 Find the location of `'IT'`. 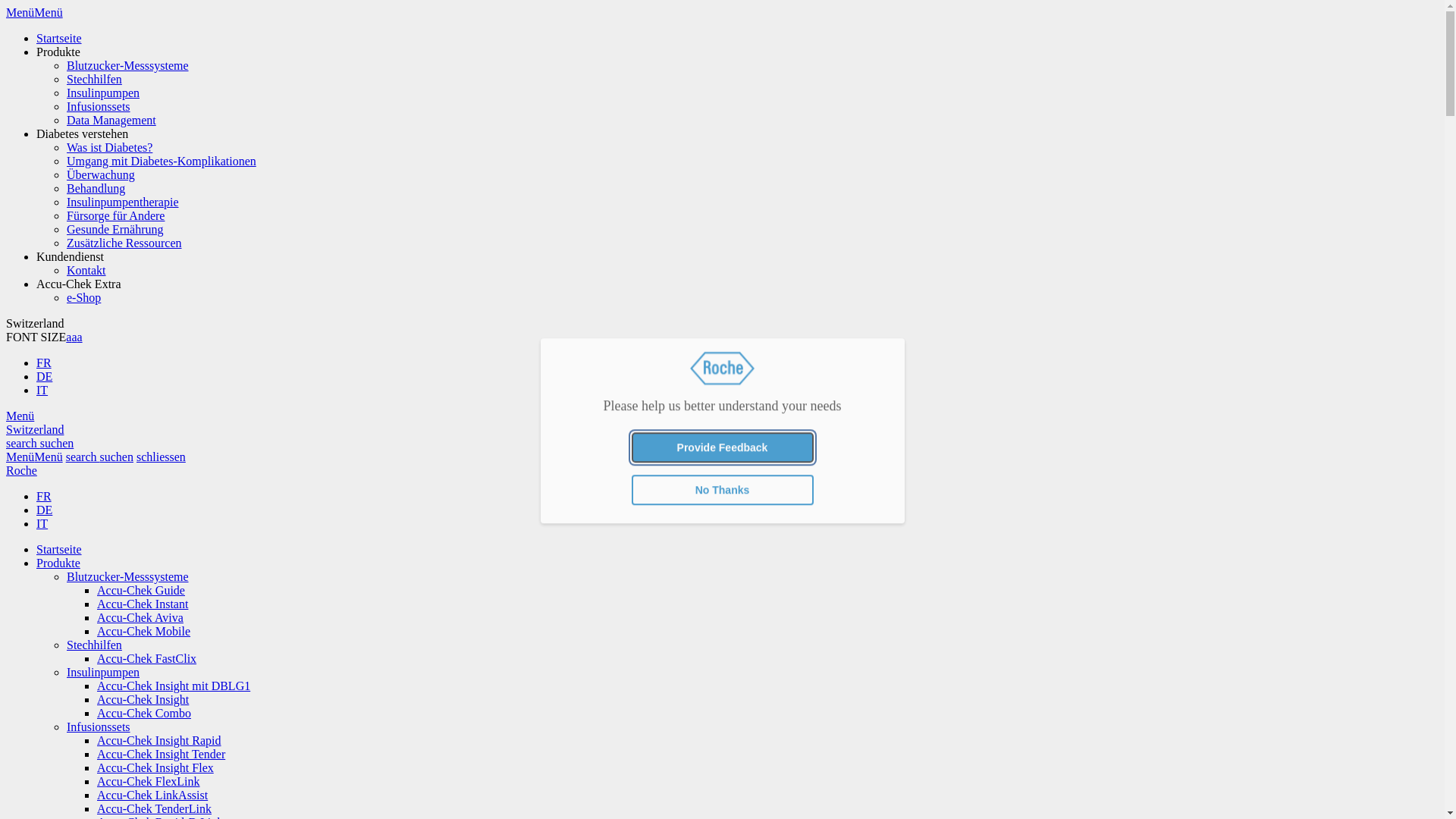

'IT' is located at coordinates (42, 522).